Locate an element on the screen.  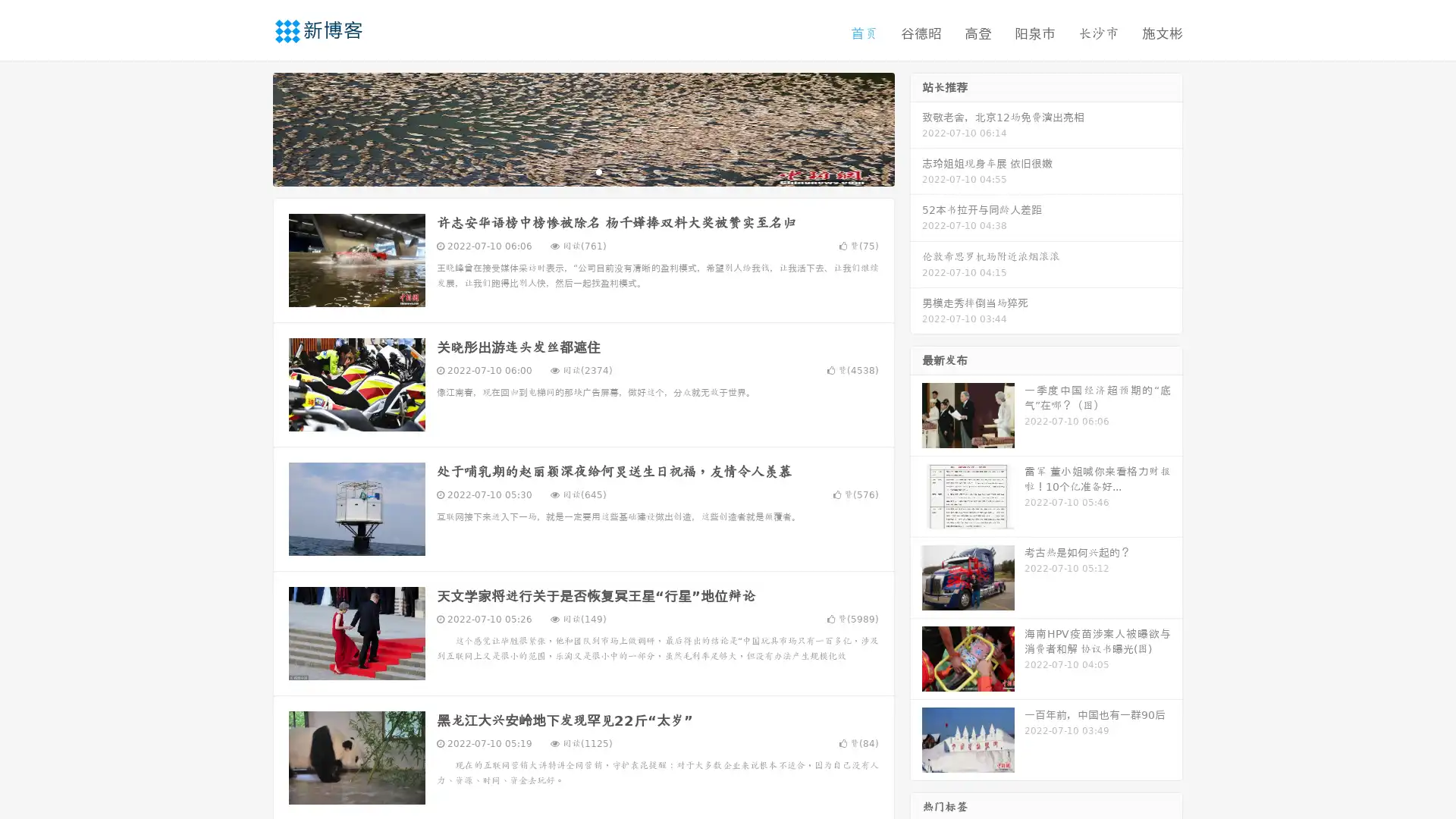
Previous slide is located at coordinates (250, 127).